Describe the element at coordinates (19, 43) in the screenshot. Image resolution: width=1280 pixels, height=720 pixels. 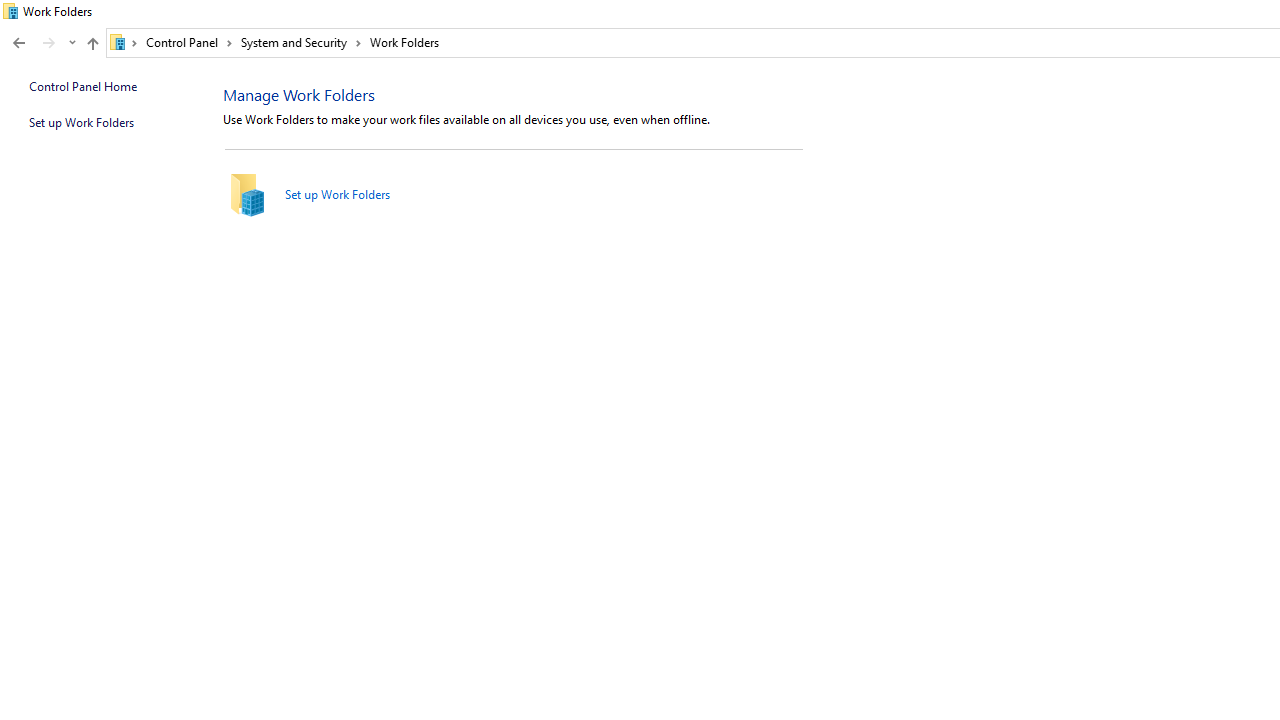
I see `'Back to System and Security (Alt + Left Arrow)'` at that location.